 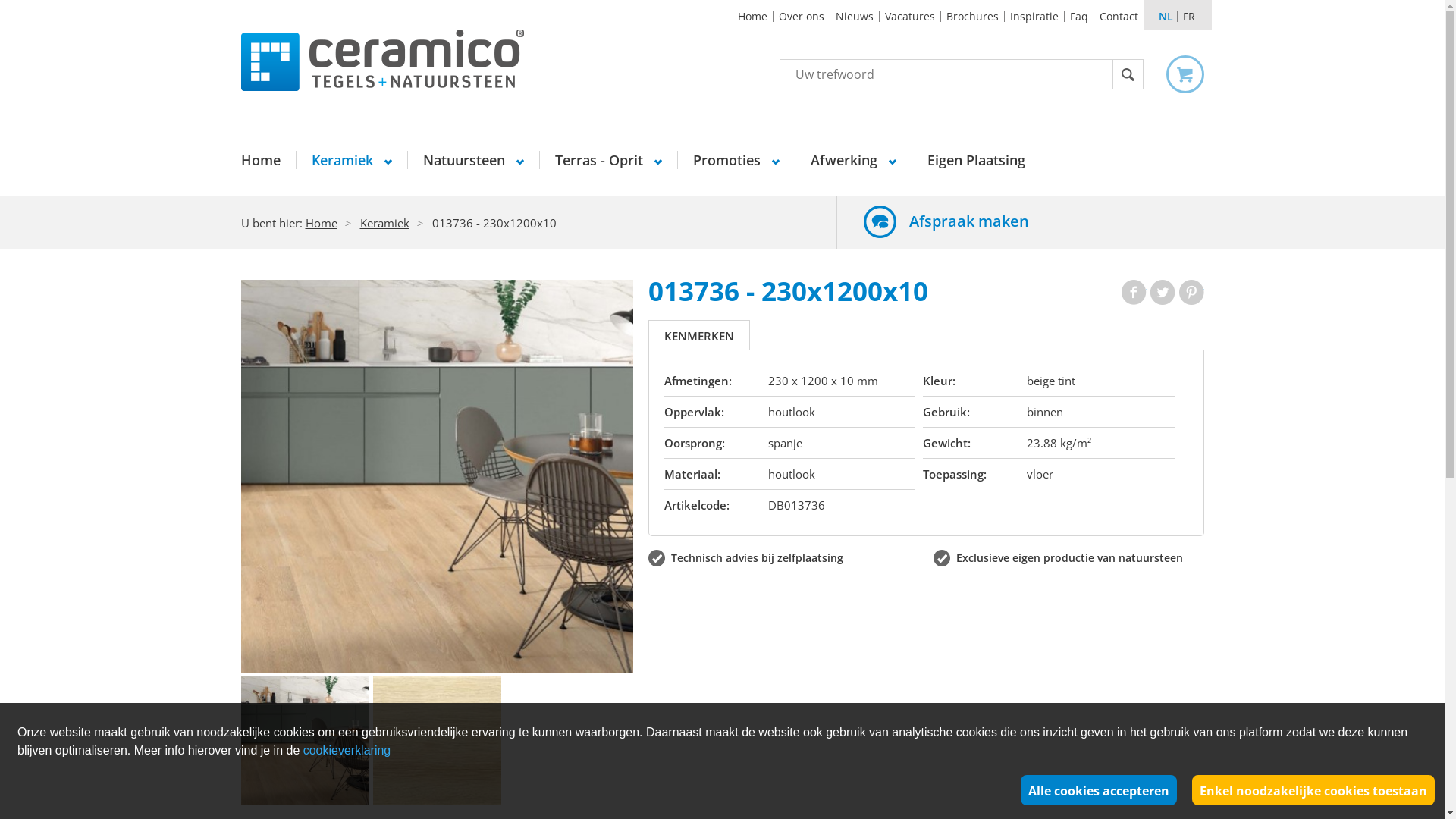 What do you see at coordinates (1033, 16) in the screenshot?
I see `'Inspiratie'` at bounding box center [1033, 16].